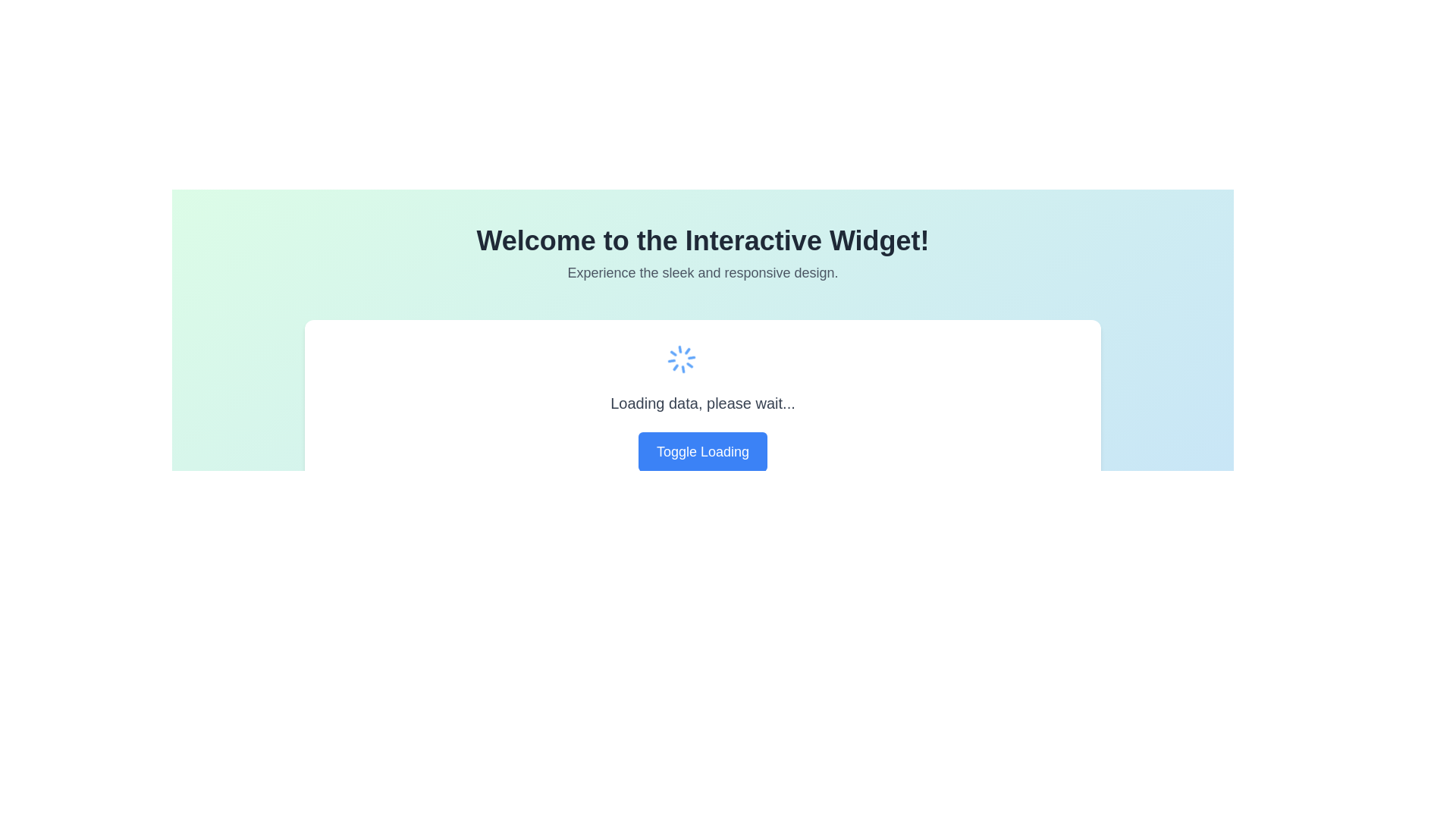  I want to click on the text label that indicates data is currently being loaded, which is centrally located between a spinning animation above it and a button labeled 'Toggle Loading' below it, so click(701, 403).